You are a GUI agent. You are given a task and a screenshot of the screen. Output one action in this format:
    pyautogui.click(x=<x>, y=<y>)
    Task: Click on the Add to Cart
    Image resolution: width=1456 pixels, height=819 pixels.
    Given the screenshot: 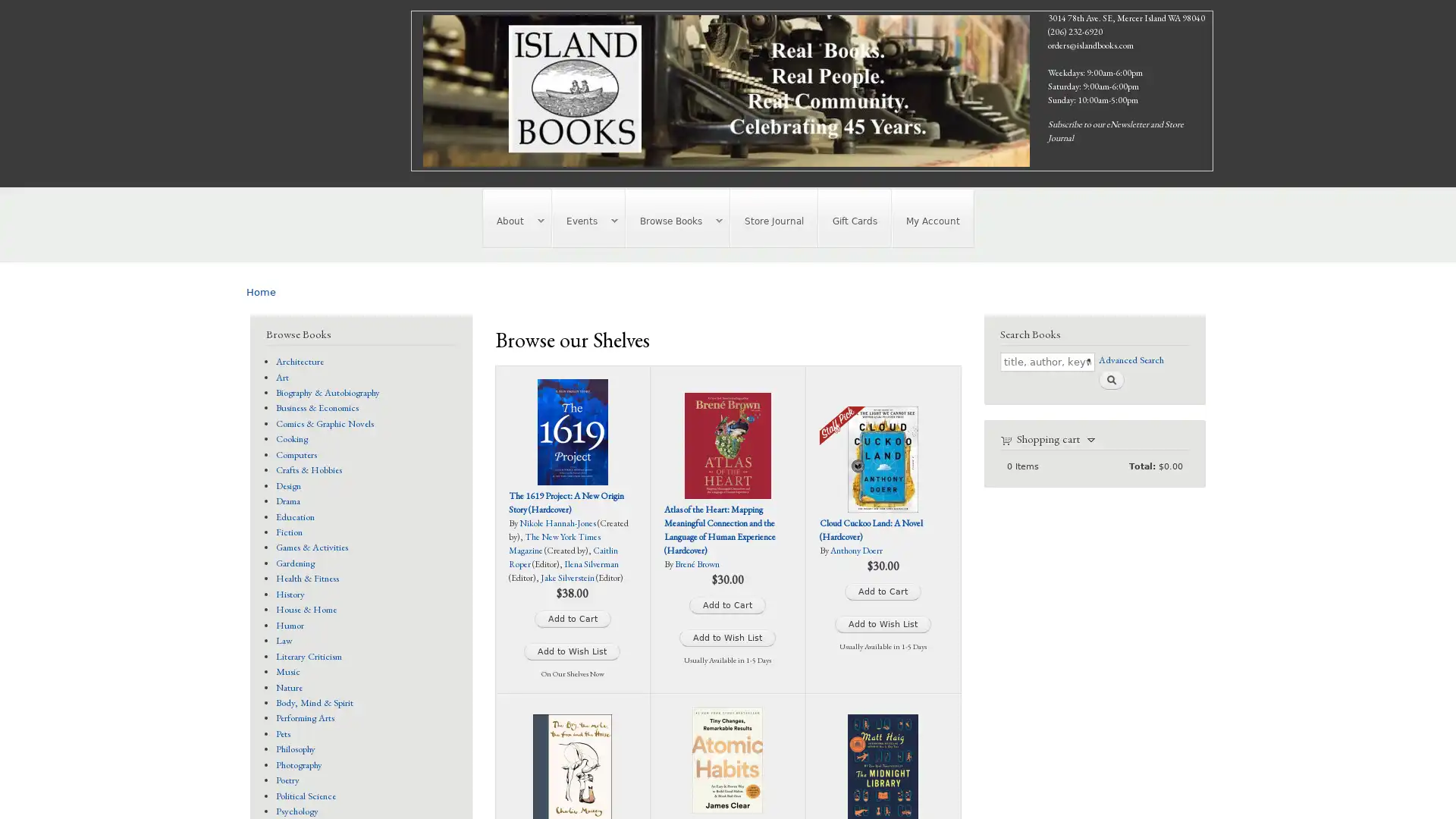 What is the action you would take?
    pyautogui.click(x=726, y=604)
    